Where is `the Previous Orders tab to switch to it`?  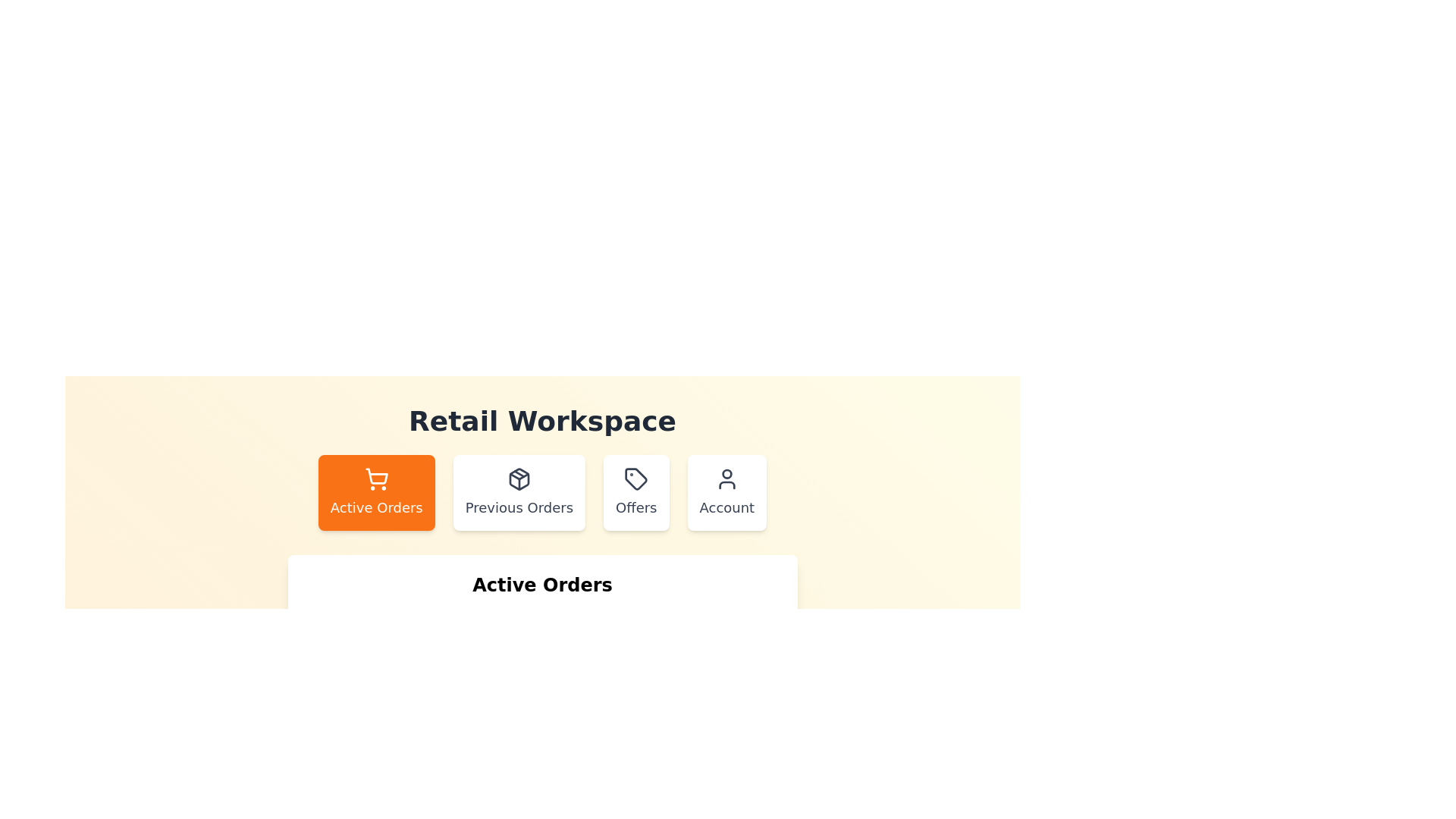
the Previous Orders tab to switch to it is located at coordinates (519, 493).